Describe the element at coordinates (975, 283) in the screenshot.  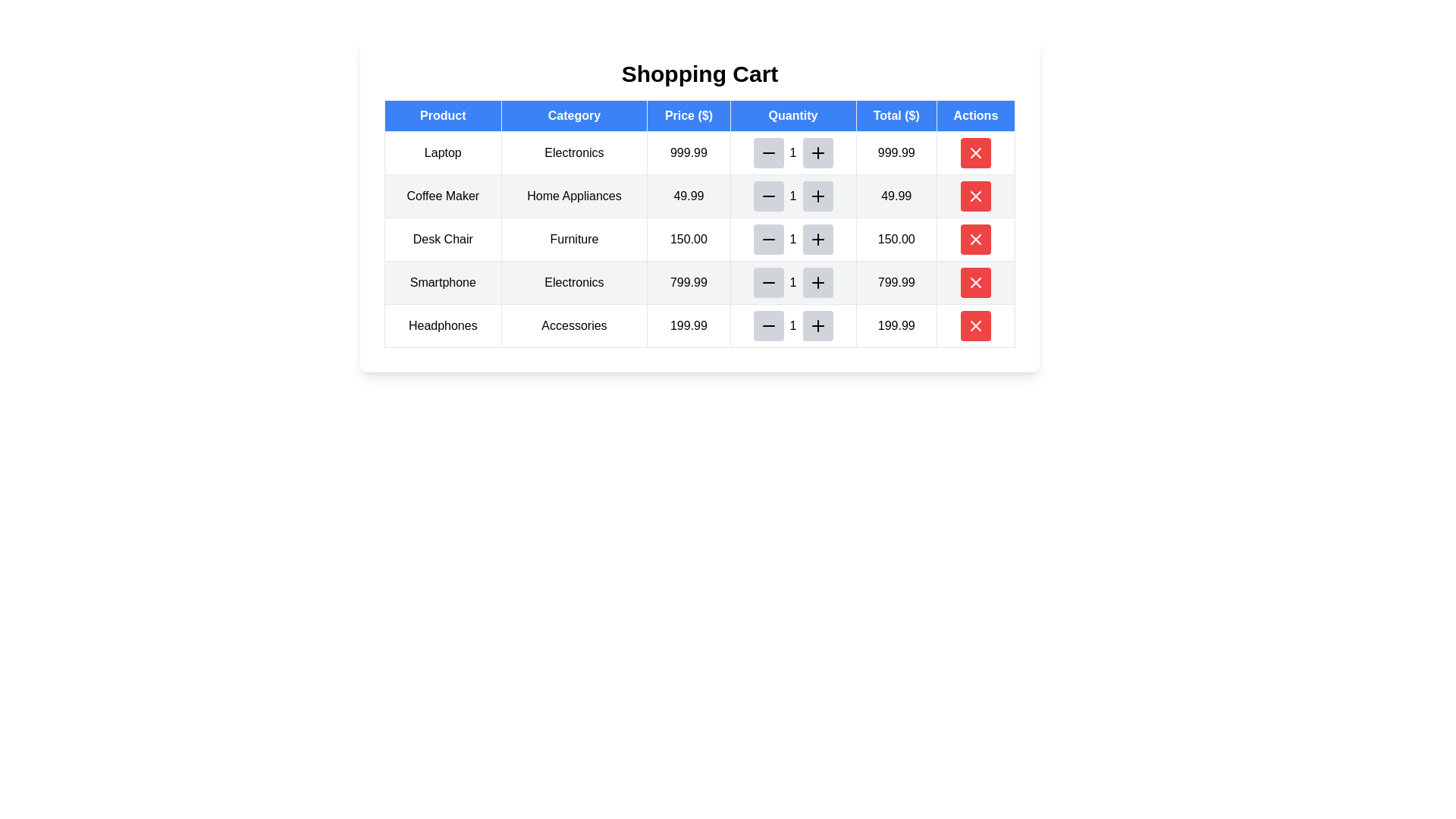
I see `the red square-shaped button with a white 'X' icon in the fifth row under the 'Actions' column` at that location.